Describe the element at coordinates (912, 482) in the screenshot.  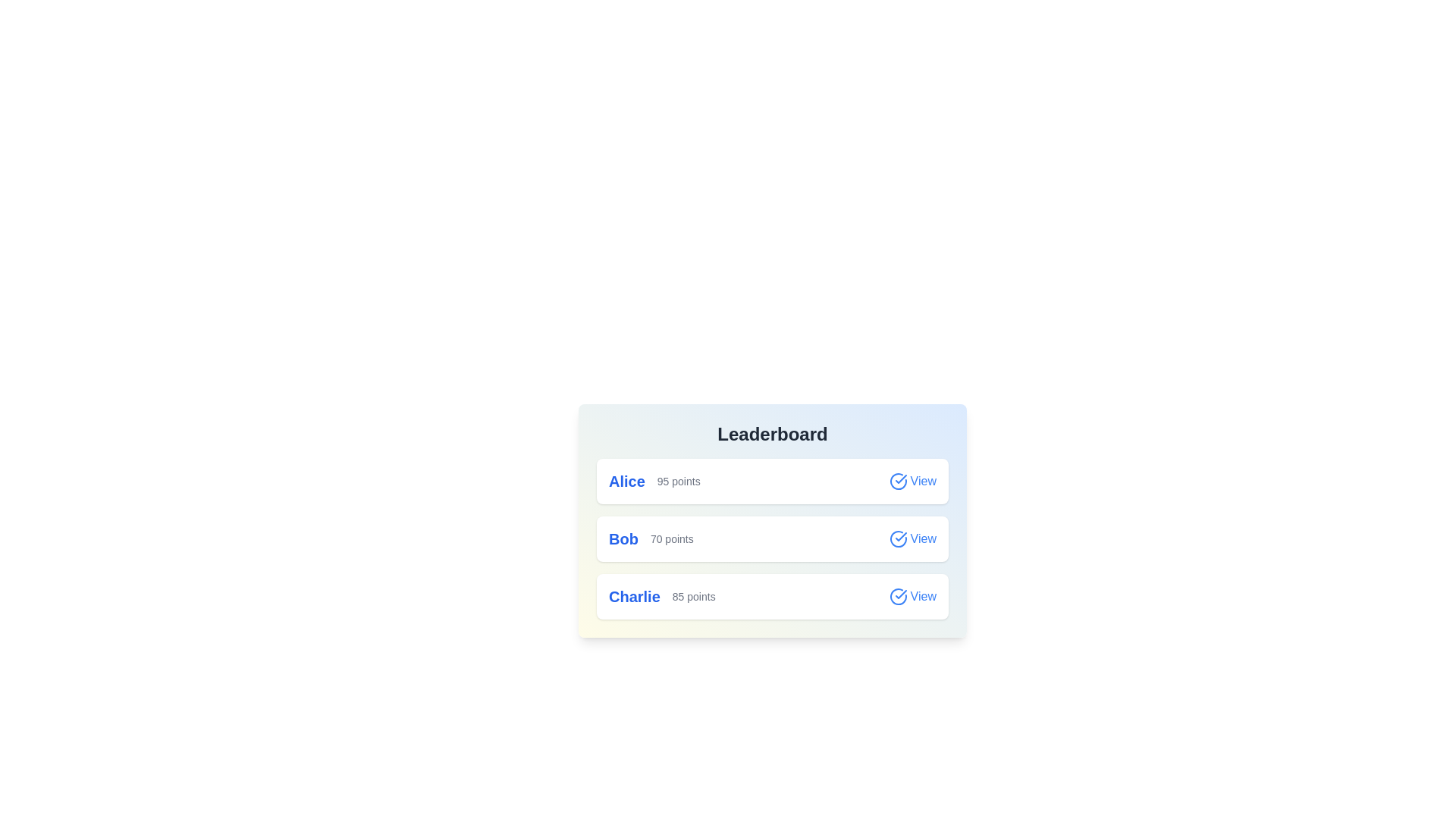
I see `'View' button for the participant Alice` at that location.